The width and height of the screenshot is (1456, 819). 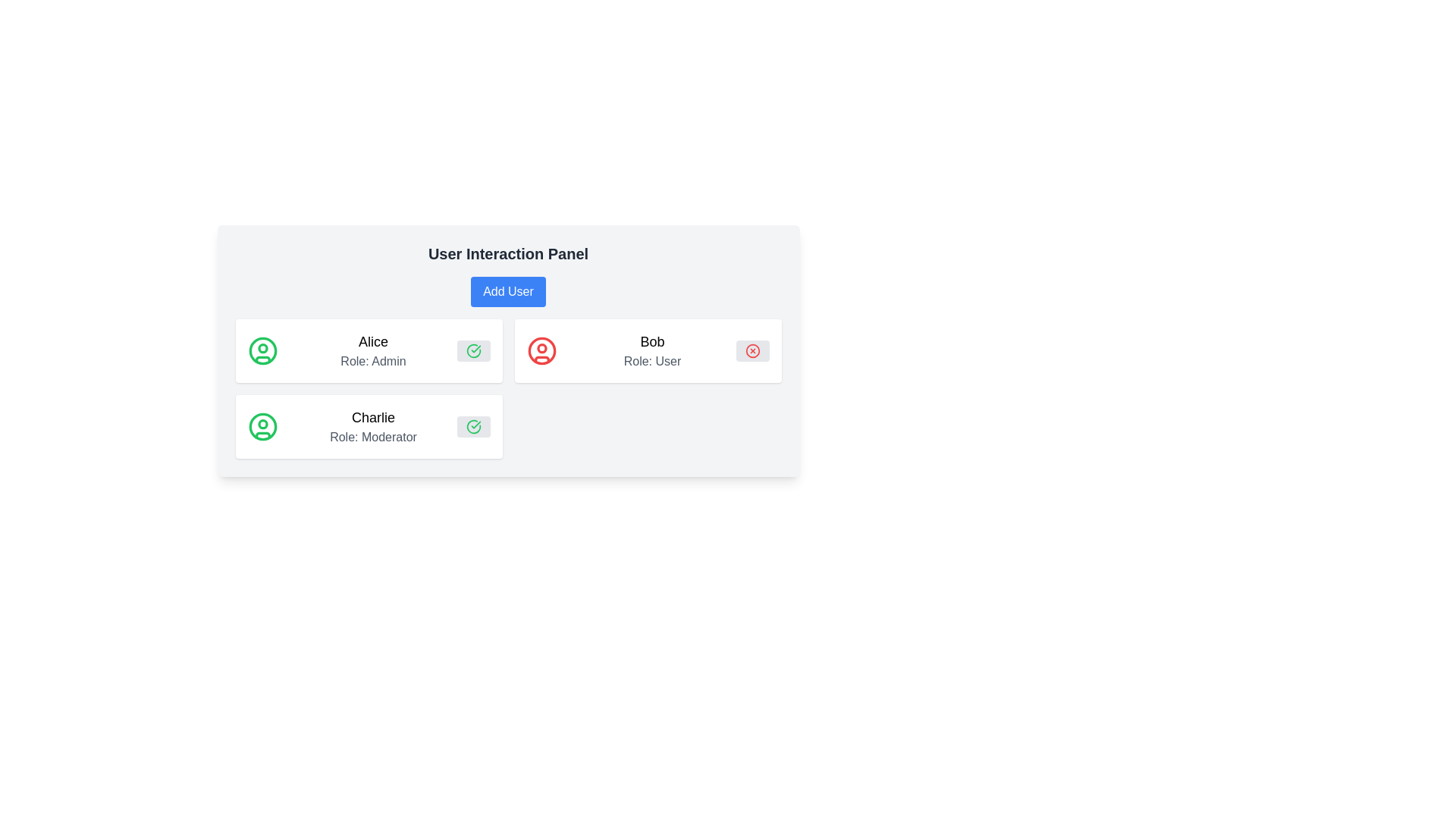 I want to click on the profile icon representing 'Charlie', the Moderator, located in the User Interaction Panel as the leftmost component of the last user card, so click(x=262, y=427).